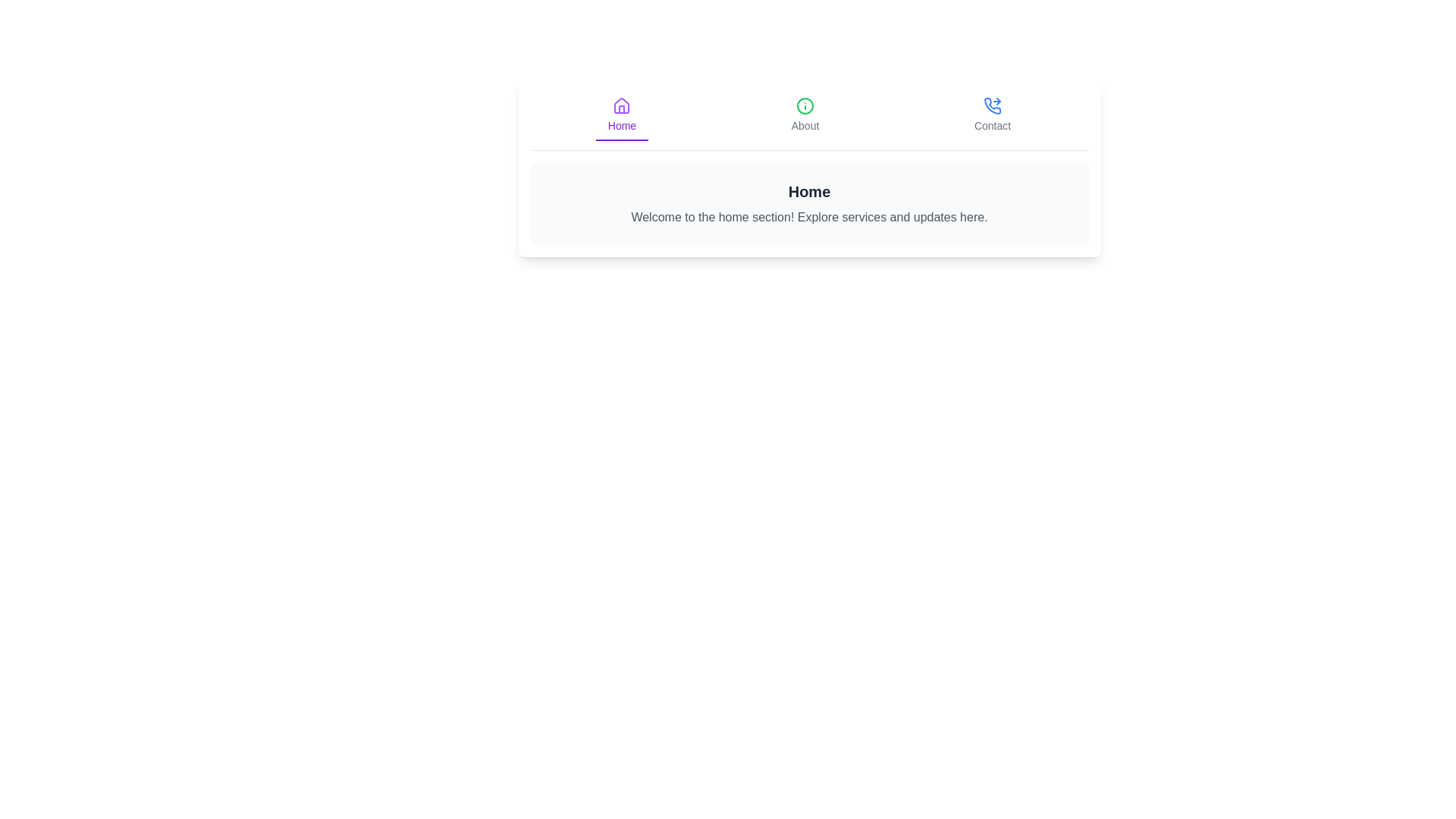 This screenshot has width=1456, height=819. I want to click on the Contact tab by clicking its corresponding button, so click(993, 115).